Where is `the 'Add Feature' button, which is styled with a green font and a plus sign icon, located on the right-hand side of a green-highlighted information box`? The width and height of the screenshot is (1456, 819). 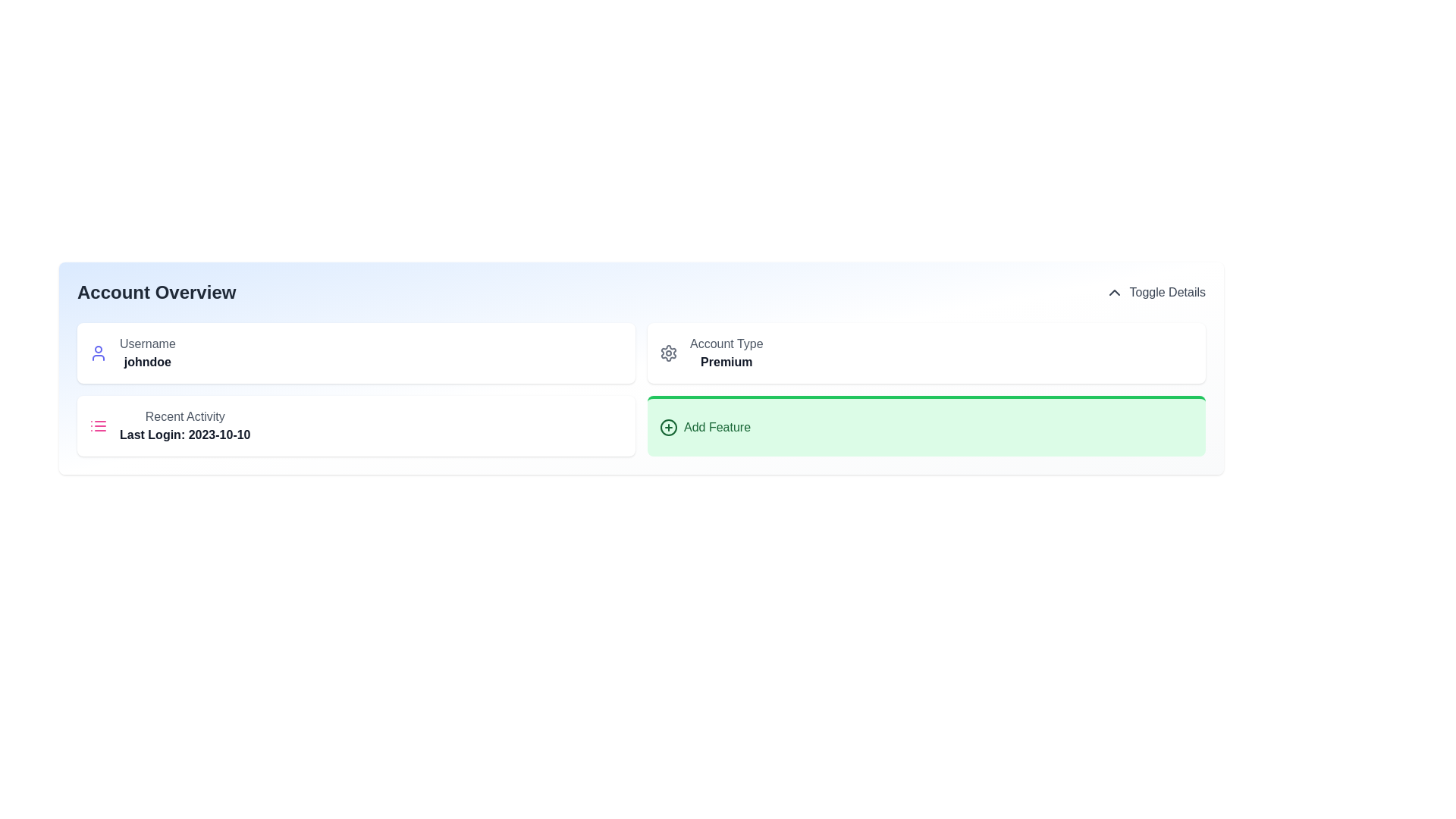
the 'Add Feature' button, which is styled with a green font and a plus sign icon, located on the right-hand side of a green-highlighted information box is located at coordinates (704, 427).